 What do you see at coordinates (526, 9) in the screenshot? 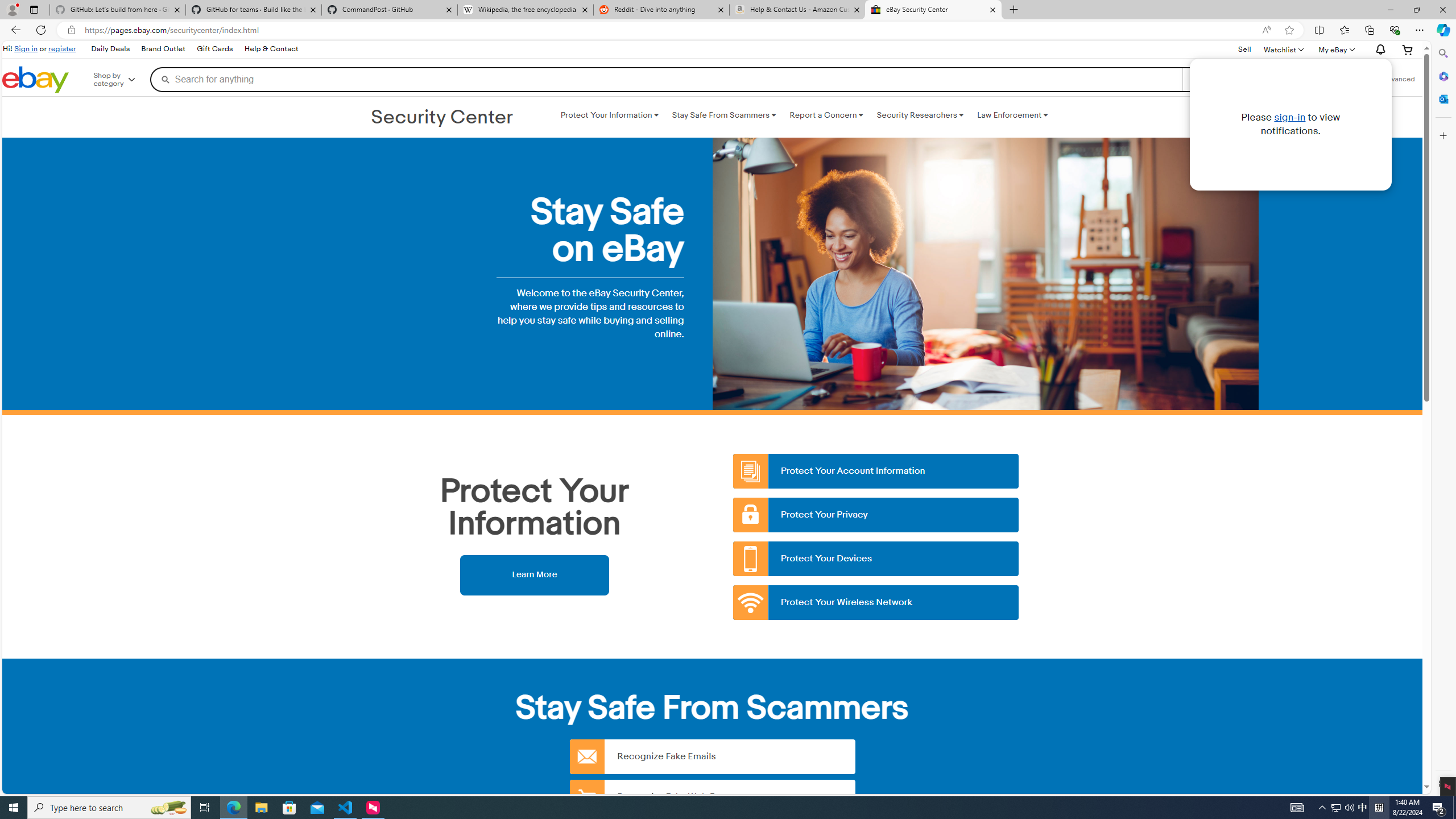
I see `'Wikipedia, the free encyclopedia'` at bounding box center [526, 9].